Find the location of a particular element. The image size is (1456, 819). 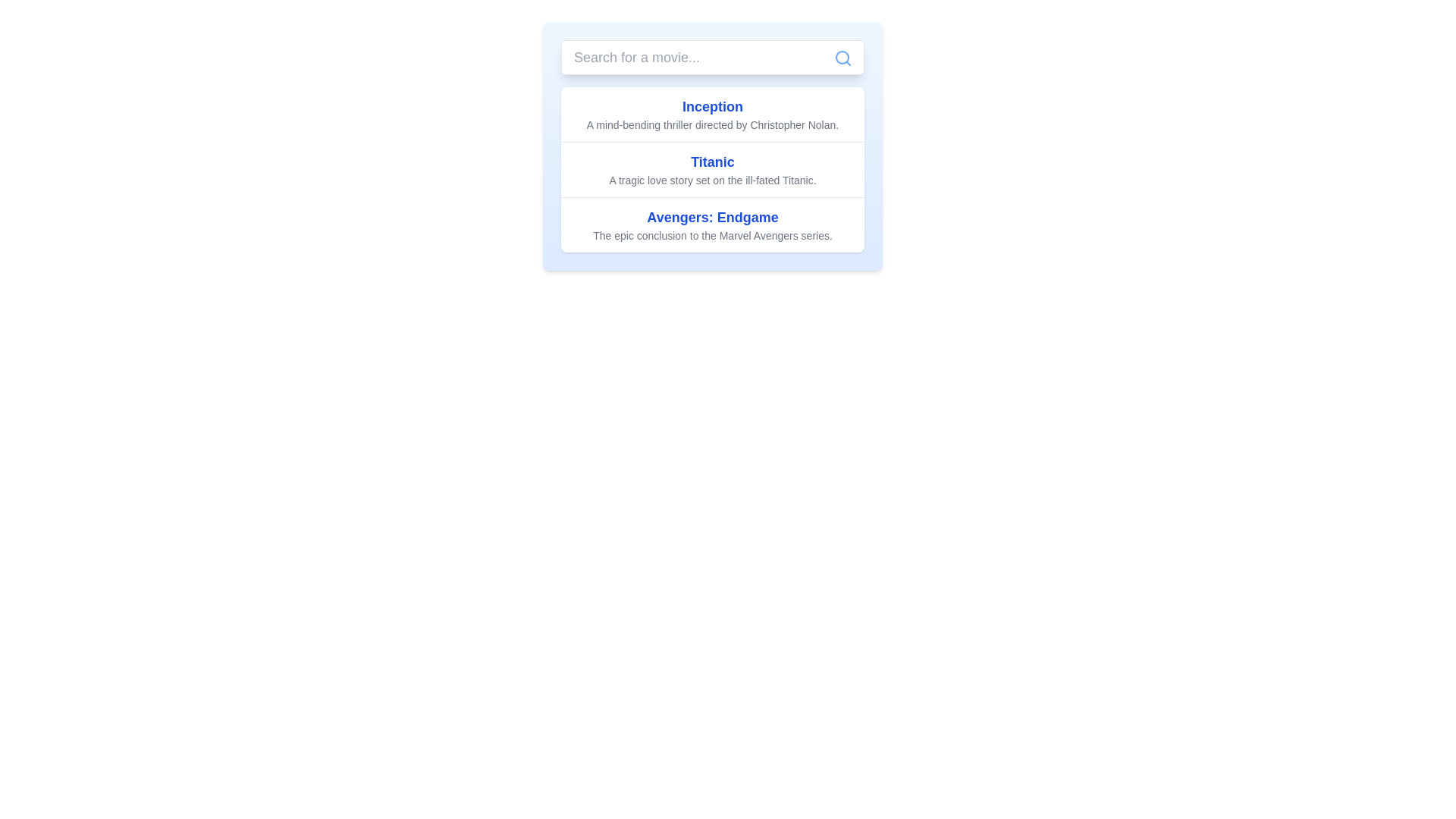

the text label displaying 'Titanic', which is styled in a large, bold blue font and serves as the header for the section about the movie is located at coordinates (712, 162).